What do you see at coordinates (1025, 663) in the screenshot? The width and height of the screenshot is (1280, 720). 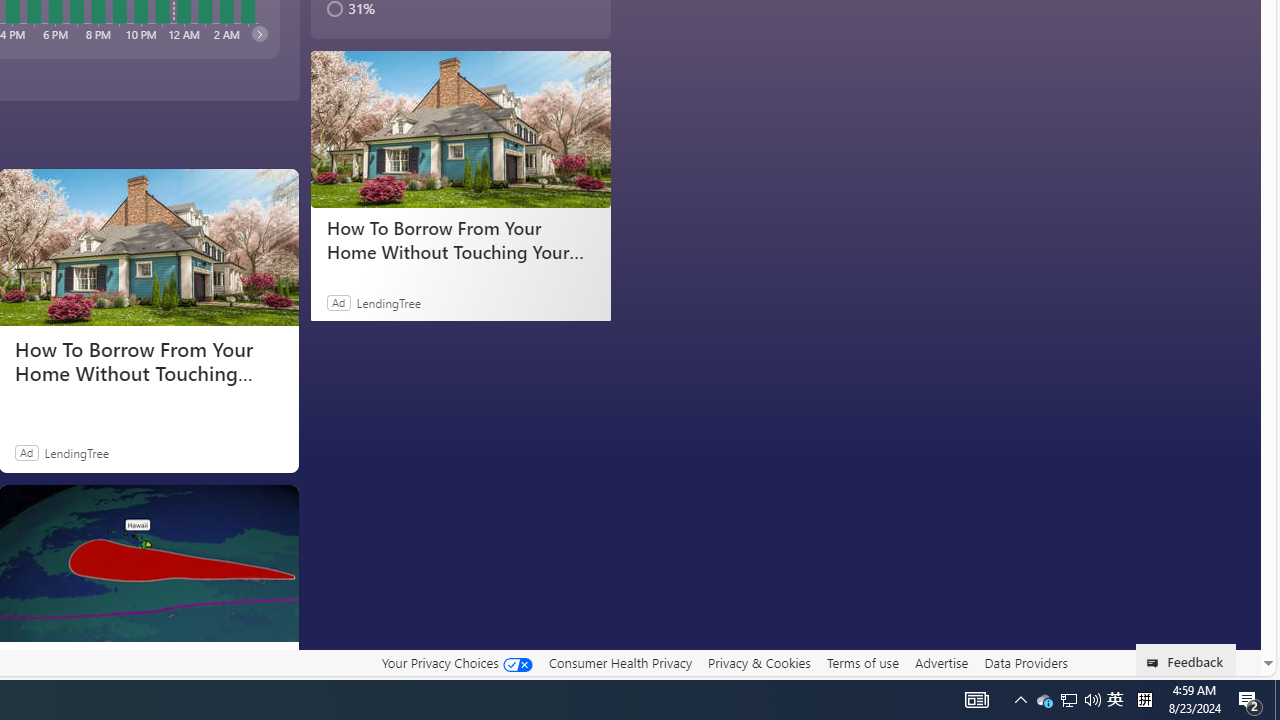 I see `'Data Providers'` at bounding box center [1025, 663].